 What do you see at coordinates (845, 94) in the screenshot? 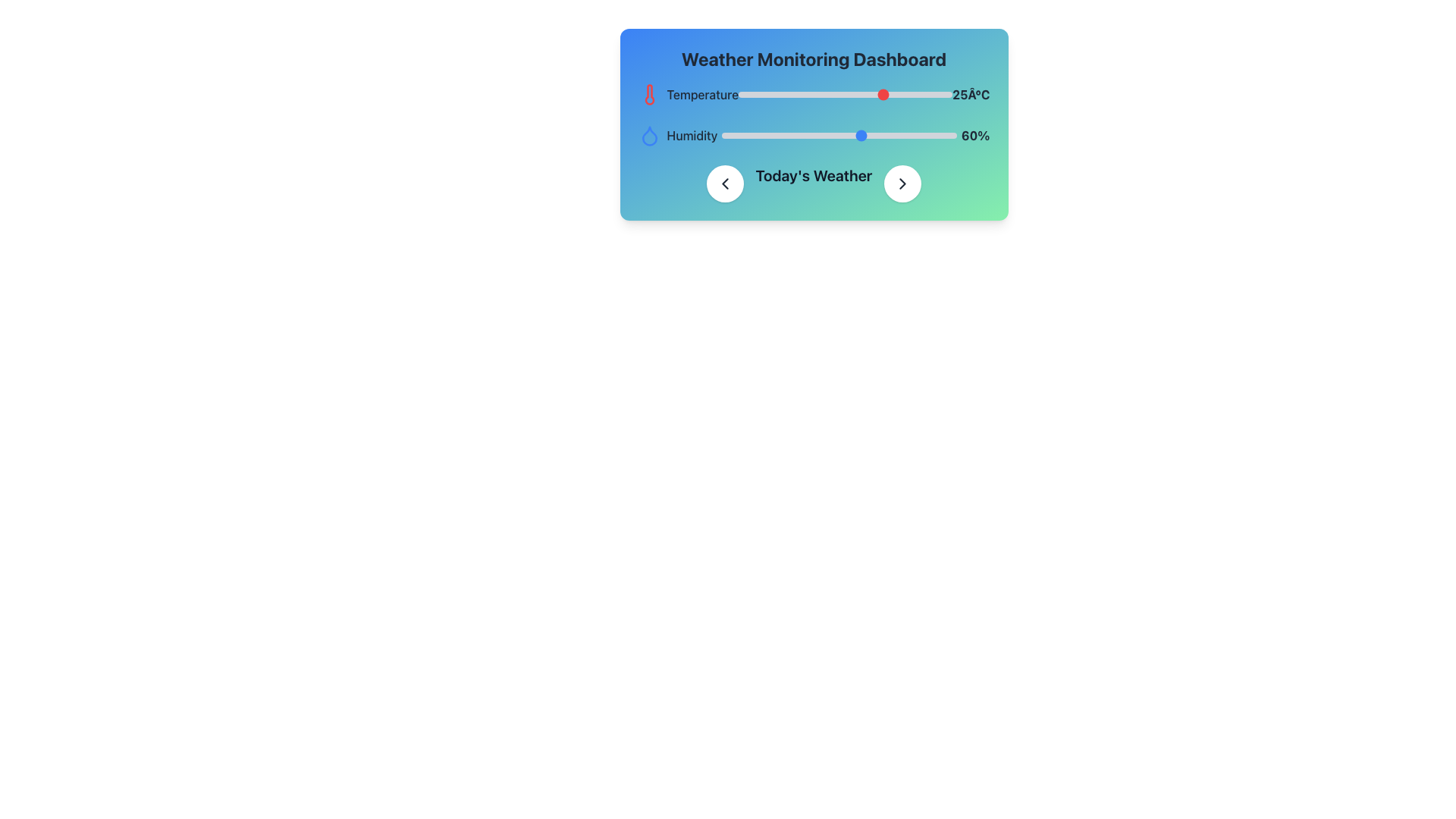
I see `the range slider for temperature selection, which features a rounded red thumb and a light gray track` at bounding box center [845, 94].